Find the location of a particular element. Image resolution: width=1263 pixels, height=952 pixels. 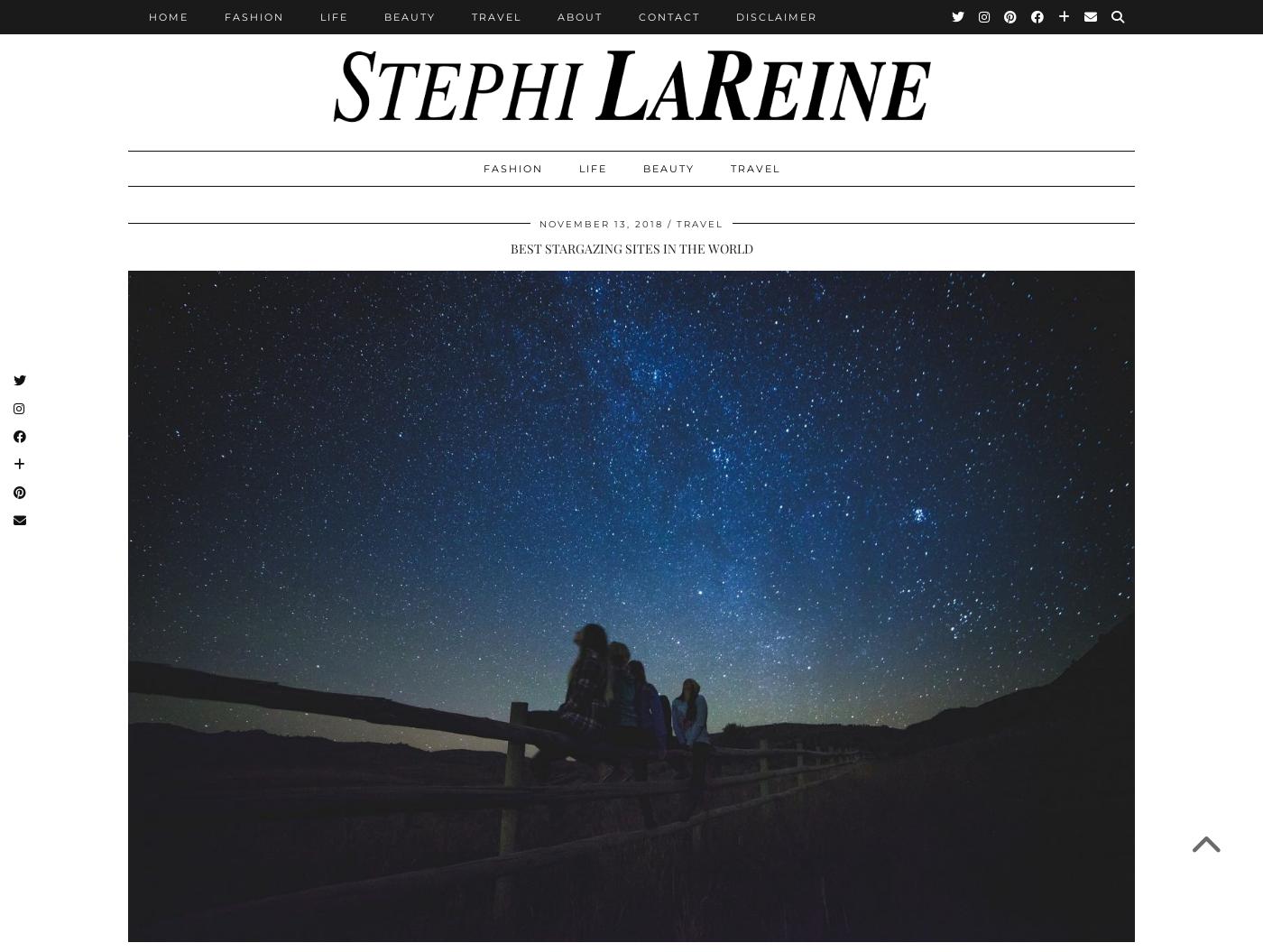

'BEST STARGAZING SITES IN THE WORLD' is located at coordinates (631, 247).